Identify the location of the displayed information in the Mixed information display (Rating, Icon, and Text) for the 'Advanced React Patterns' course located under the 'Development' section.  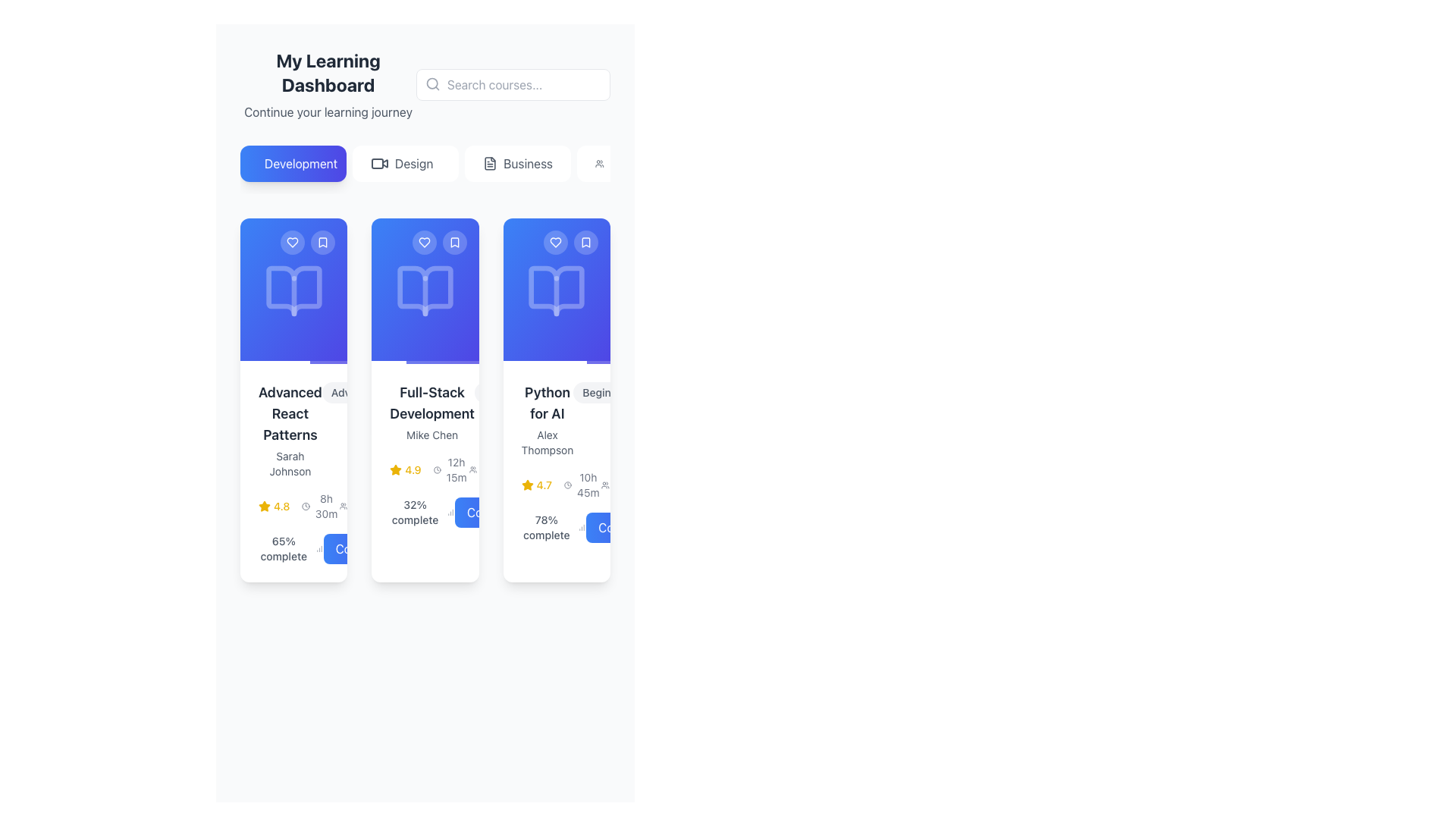
(299, 506).